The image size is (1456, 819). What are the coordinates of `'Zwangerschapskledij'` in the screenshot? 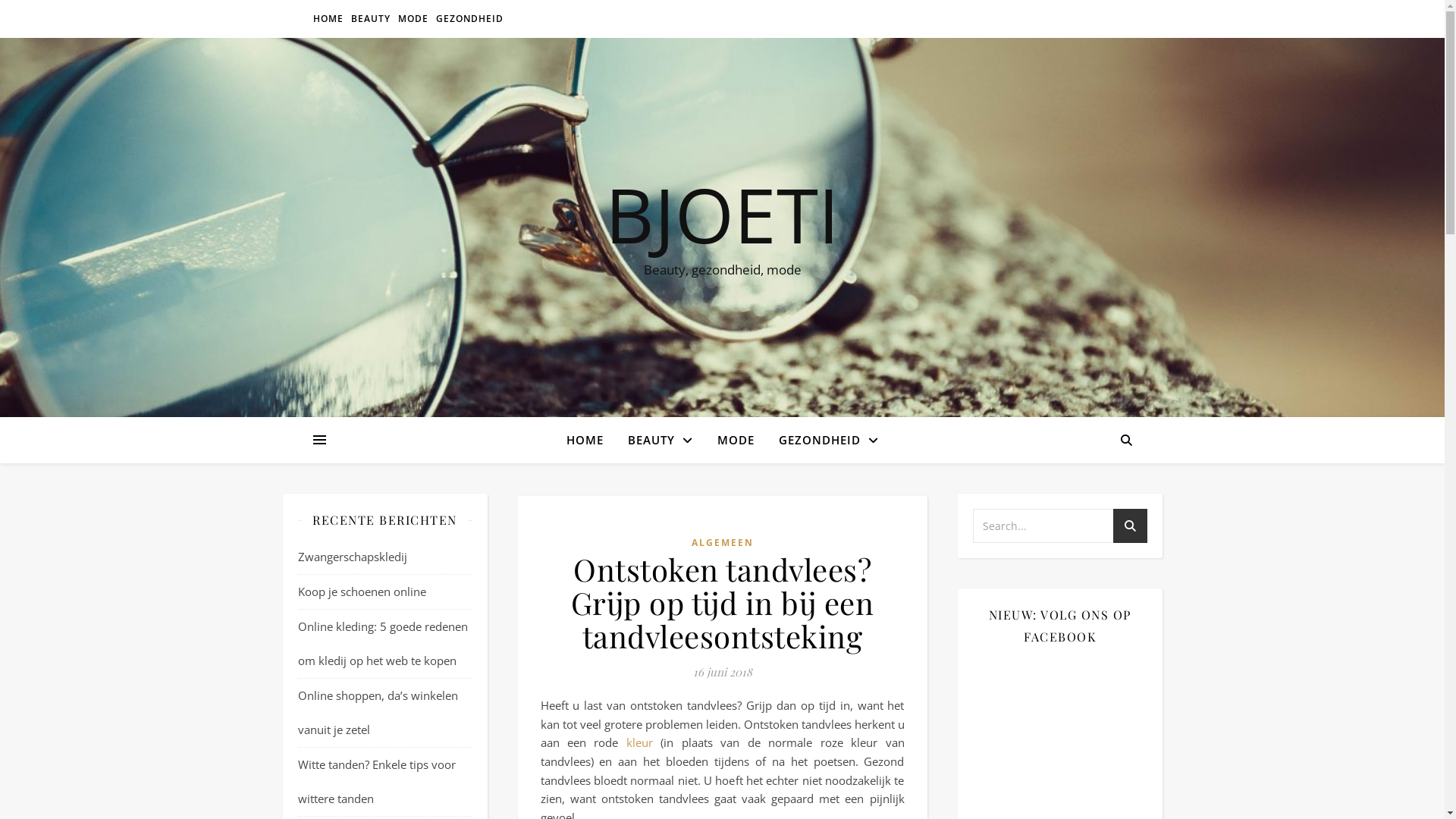 It's located at (297, 556).